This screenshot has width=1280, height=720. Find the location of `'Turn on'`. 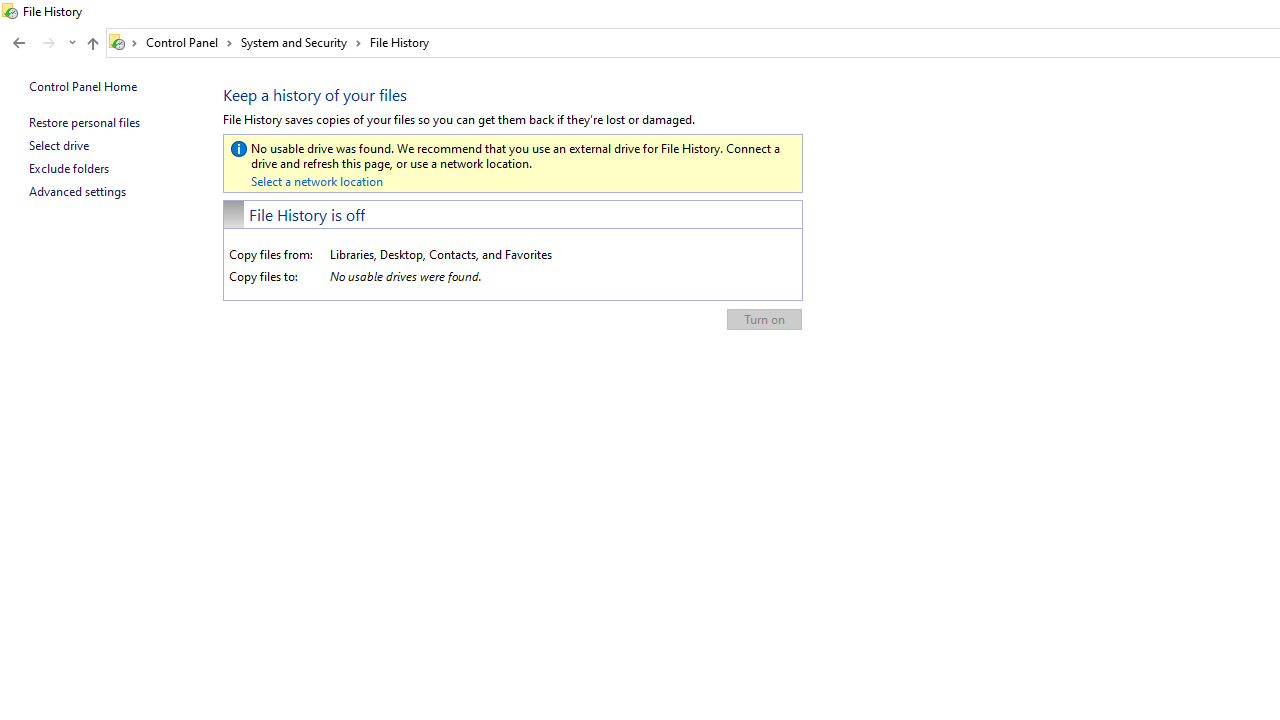

'Turn on' is located at coordinates (763, 318).